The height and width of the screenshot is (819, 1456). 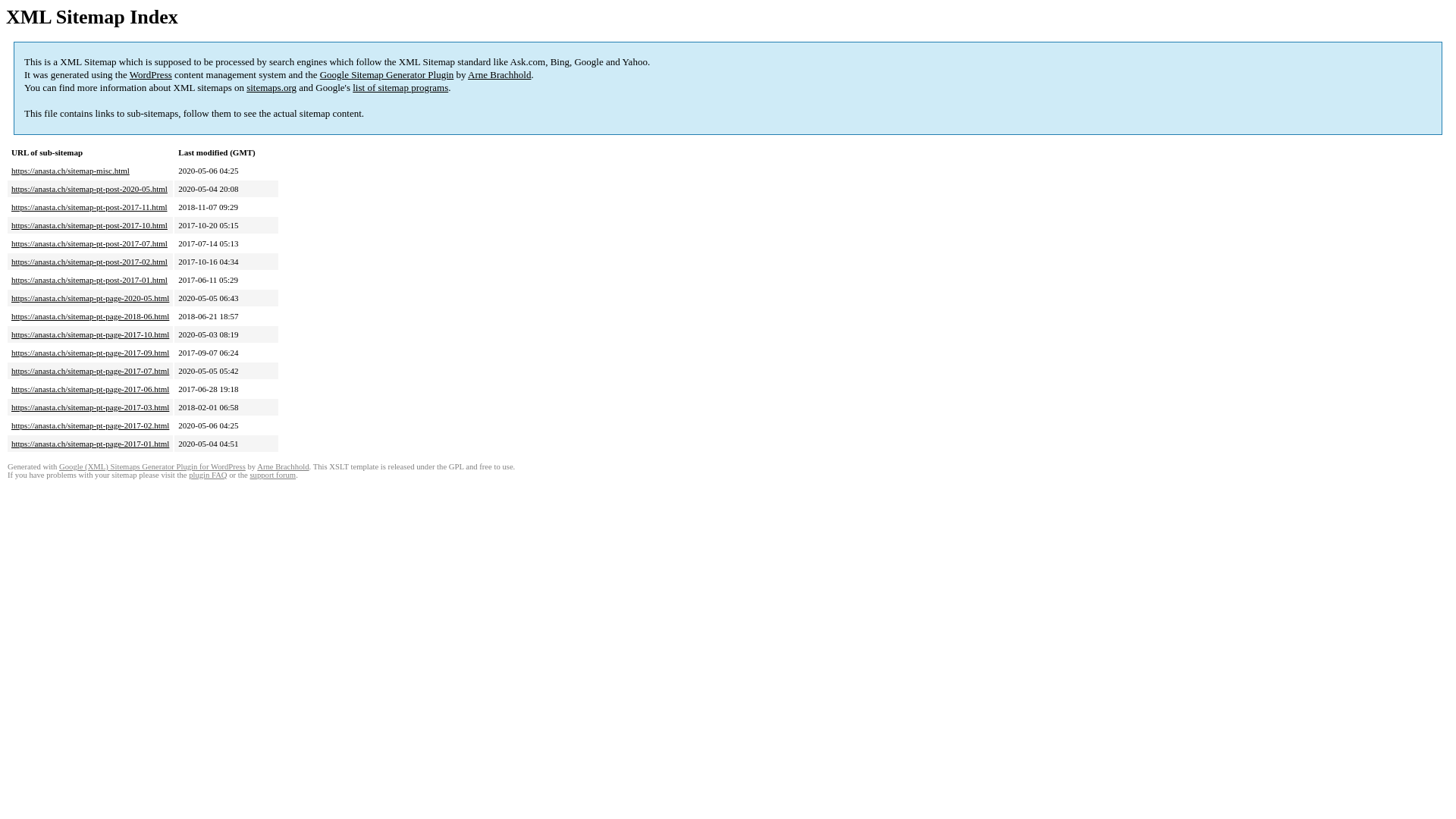 What do you see at coordinates (188, 474) in the screenshot?
I see `'plugin FAQ'` at bounding box center [188, 474].